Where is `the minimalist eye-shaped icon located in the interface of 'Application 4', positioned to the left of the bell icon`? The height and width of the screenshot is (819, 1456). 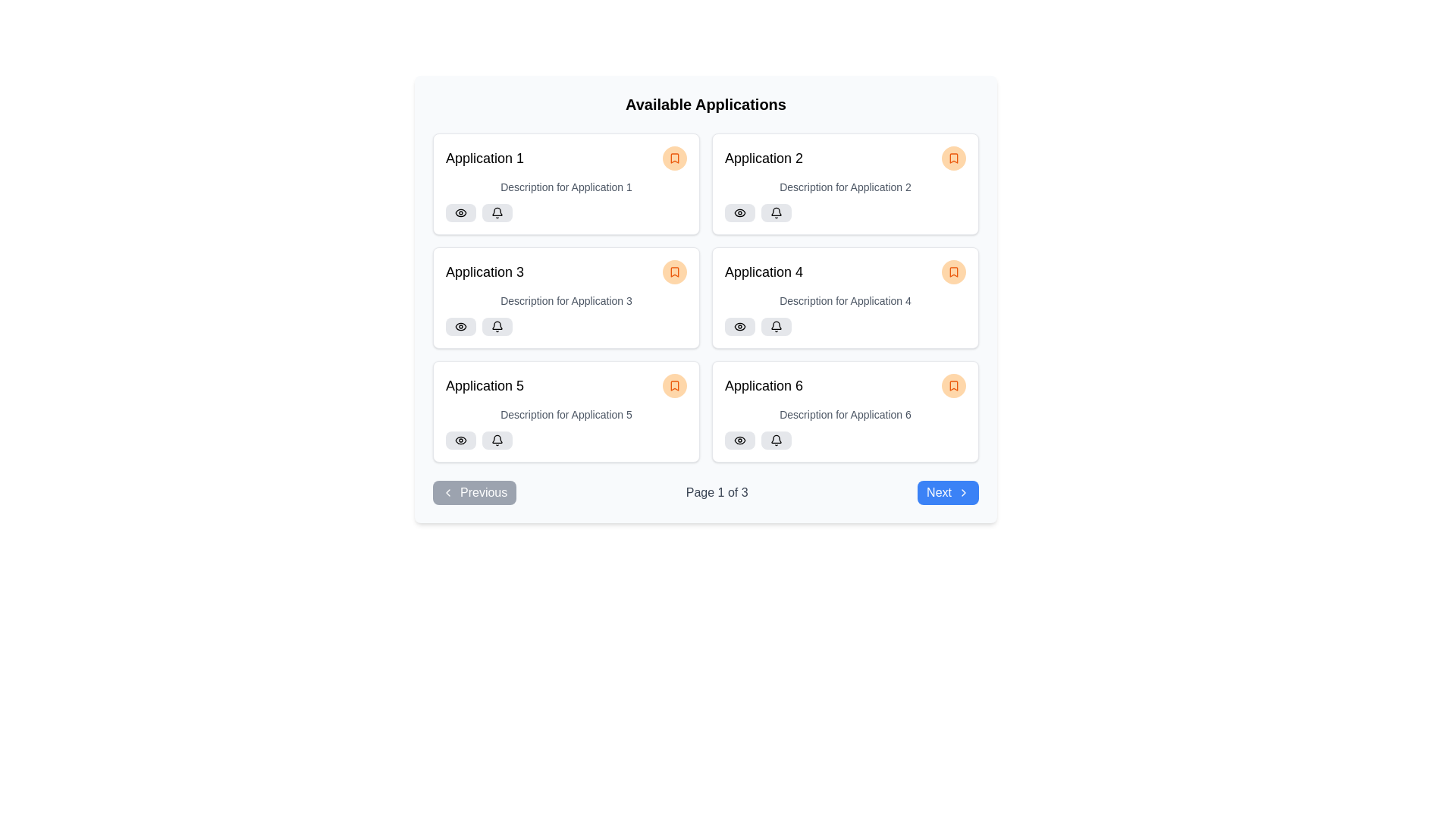 the minimalist eye-shaped icon located in the interface of 'Application 4', positioned to the left of the bell icon is located at coordinates (739, 326).